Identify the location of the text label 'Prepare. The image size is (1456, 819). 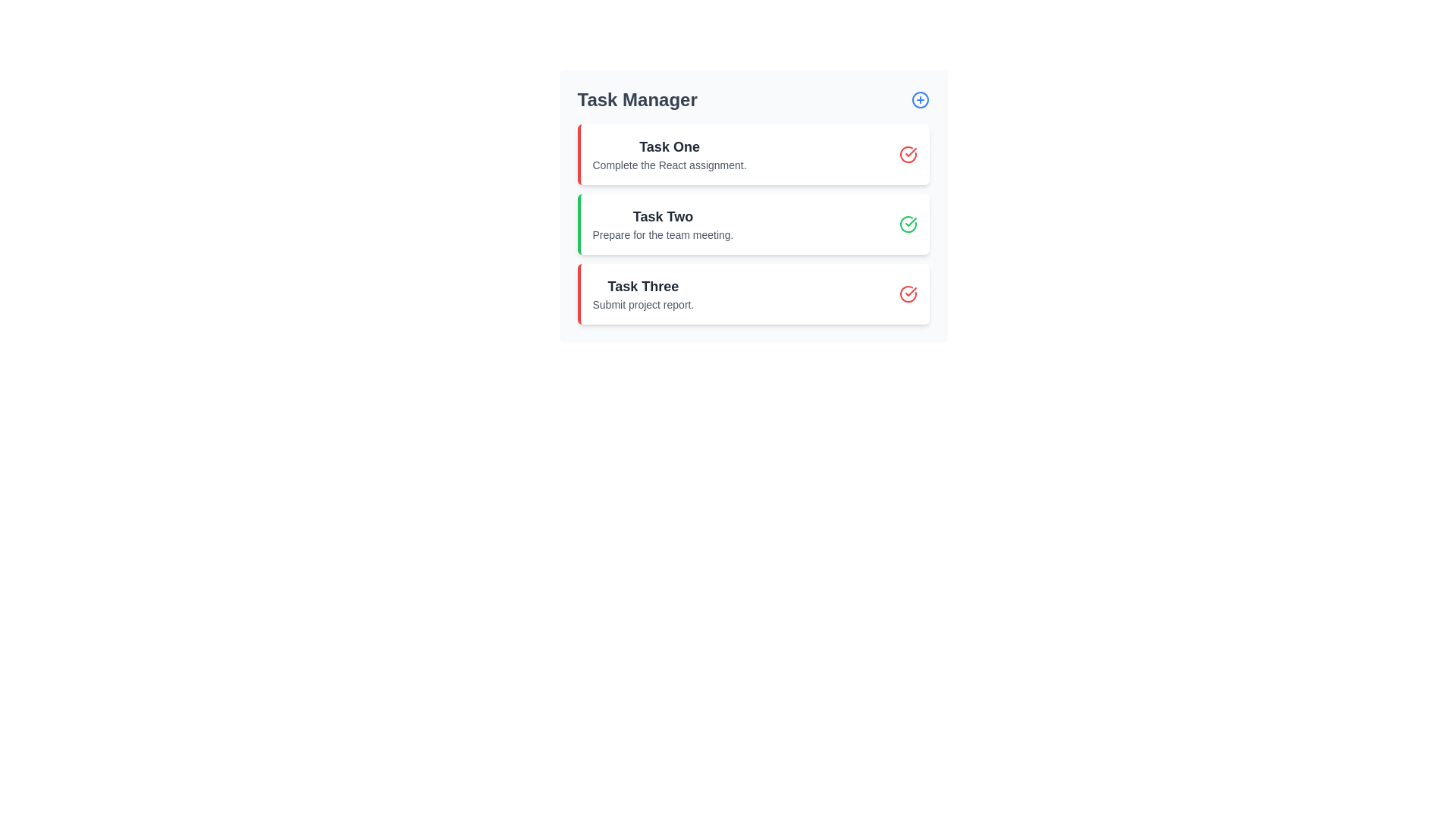
(663, 234).